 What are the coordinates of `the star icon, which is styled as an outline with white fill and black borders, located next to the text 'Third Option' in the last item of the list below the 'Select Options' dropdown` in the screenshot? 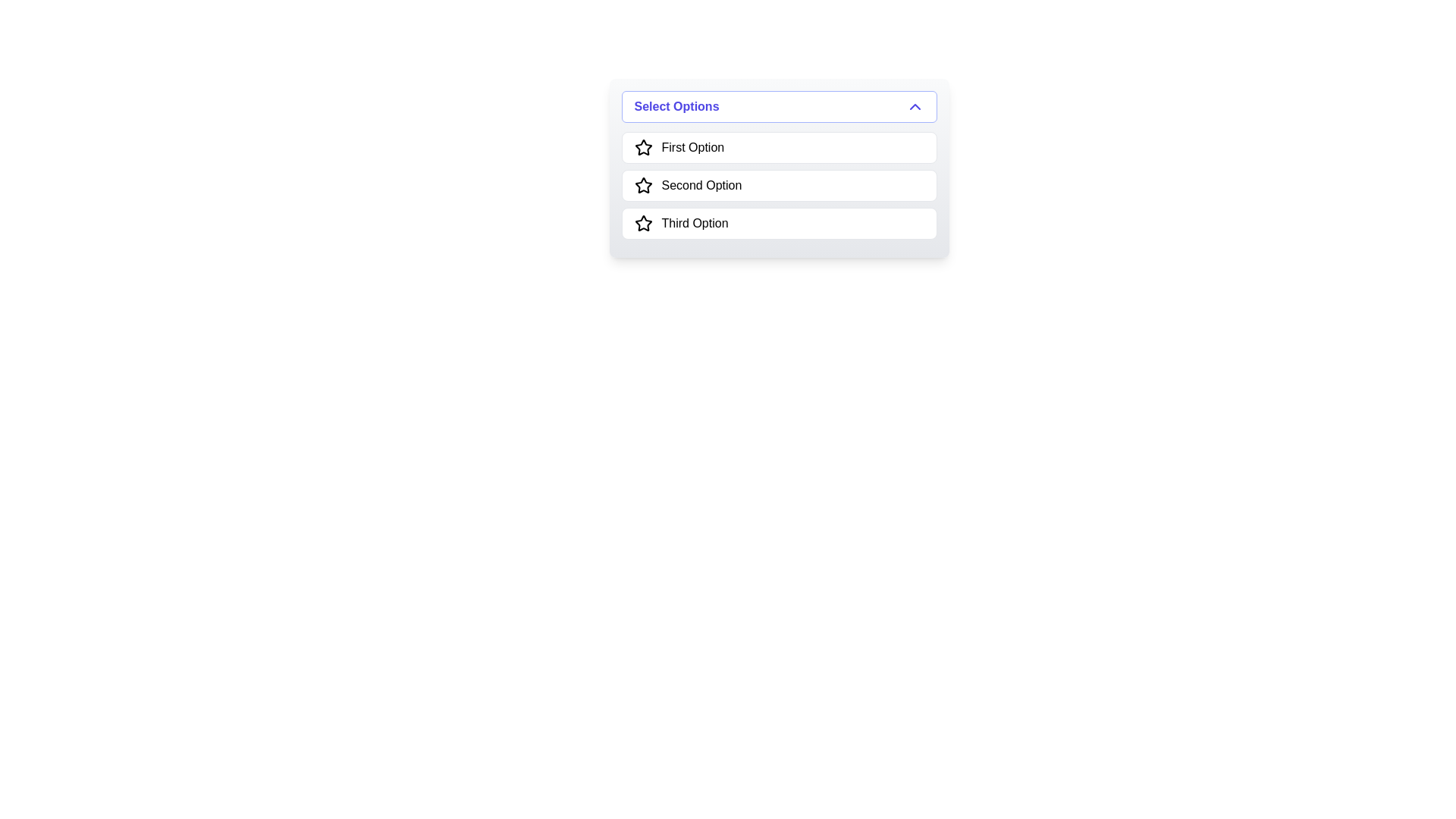 It's located at (643, 223).